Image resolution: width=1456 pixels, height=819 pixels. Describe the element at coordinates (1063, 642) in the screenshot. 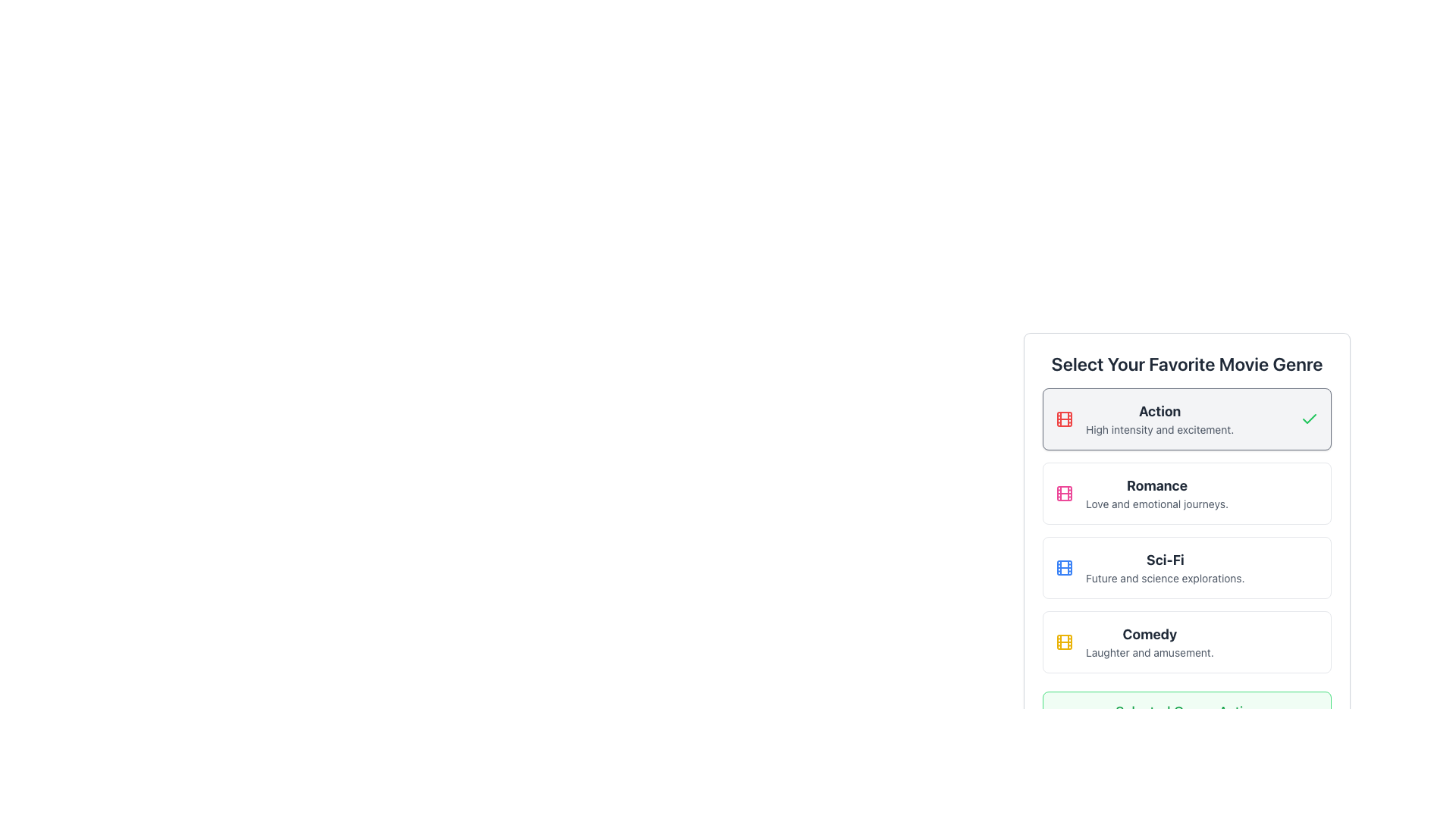

I see `the film strip icon in the 'Select Your Favorite Movie Genre' list, which is positioned to the left of the 'Comedy' text` at that location.